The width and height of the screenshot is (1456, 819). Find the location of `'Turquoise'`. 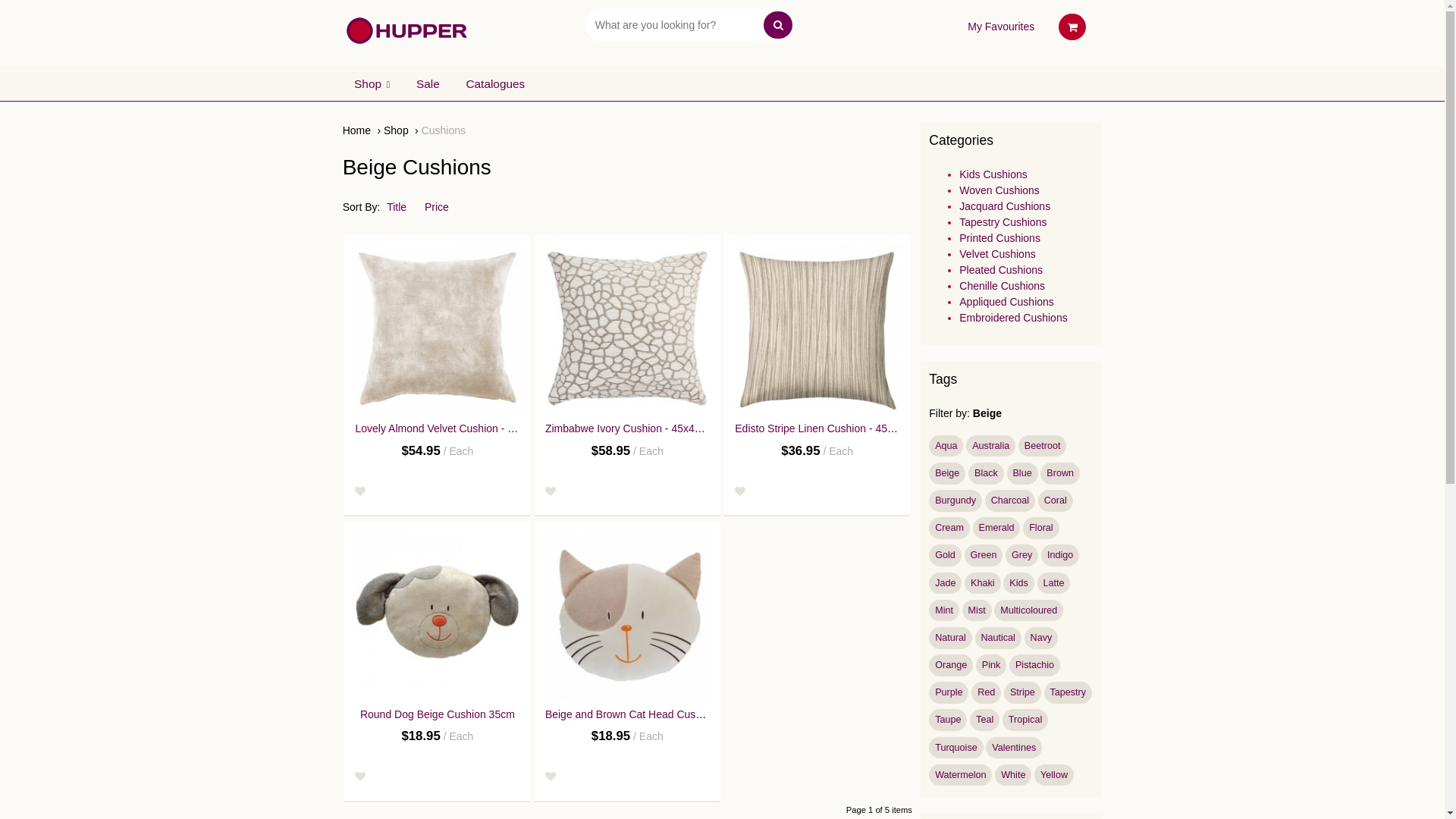

'Turquoise' is located at coordinates (955, 747).